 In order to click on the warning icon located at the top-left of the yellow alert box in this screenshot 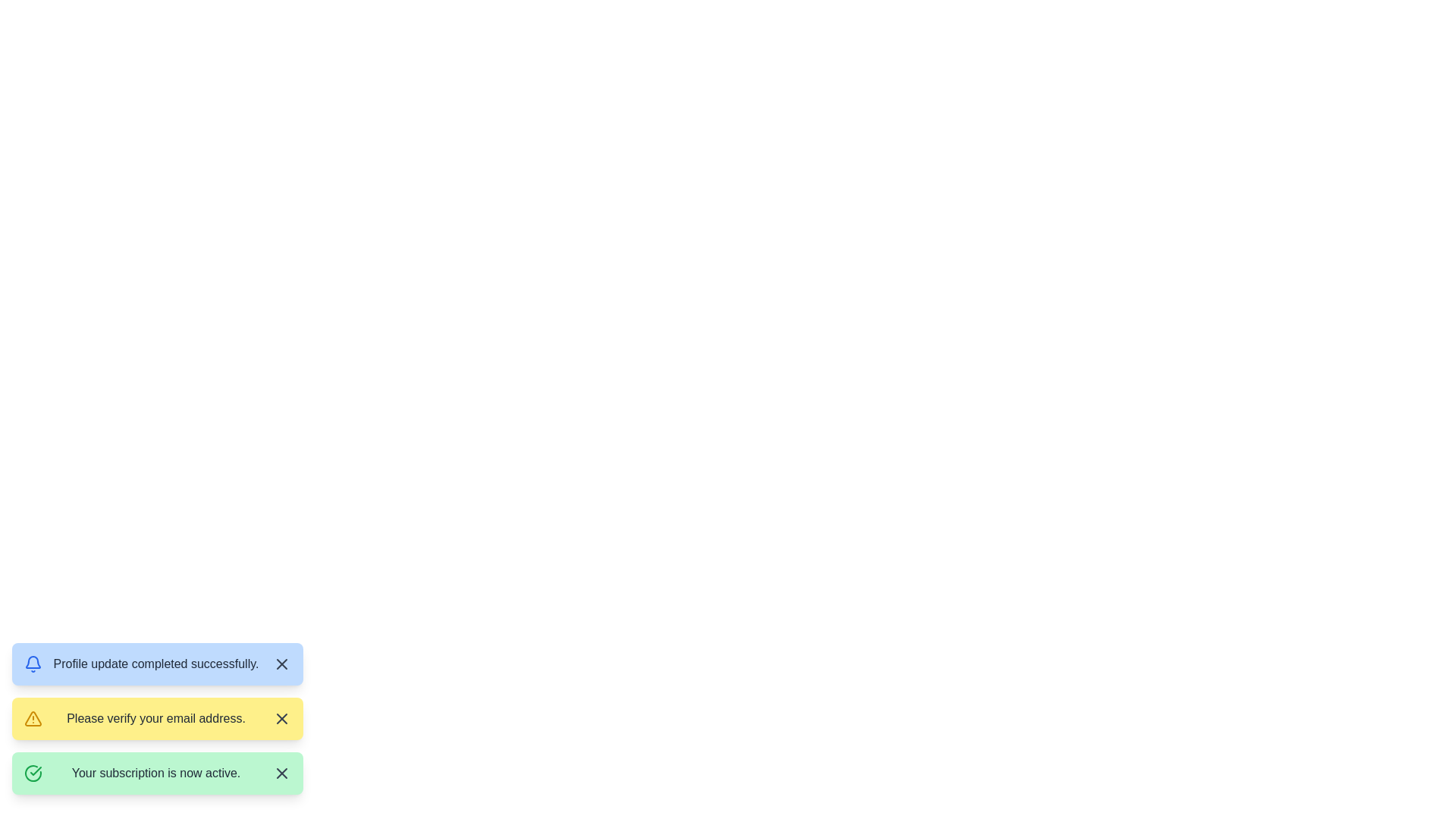, I will do `click(33, 718)`.